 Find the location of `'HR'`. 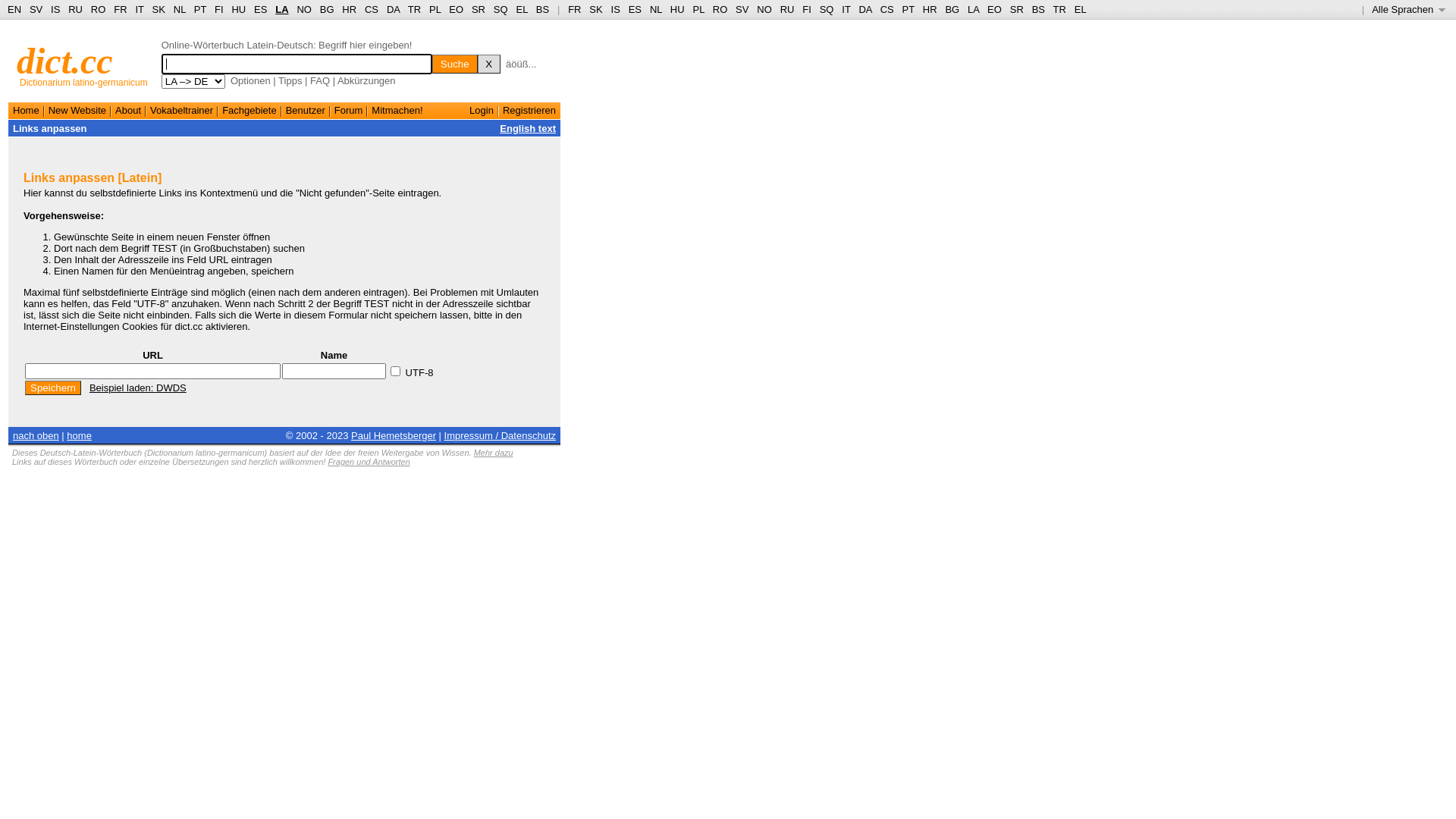

'HR' is located at coordinates (929, 9).